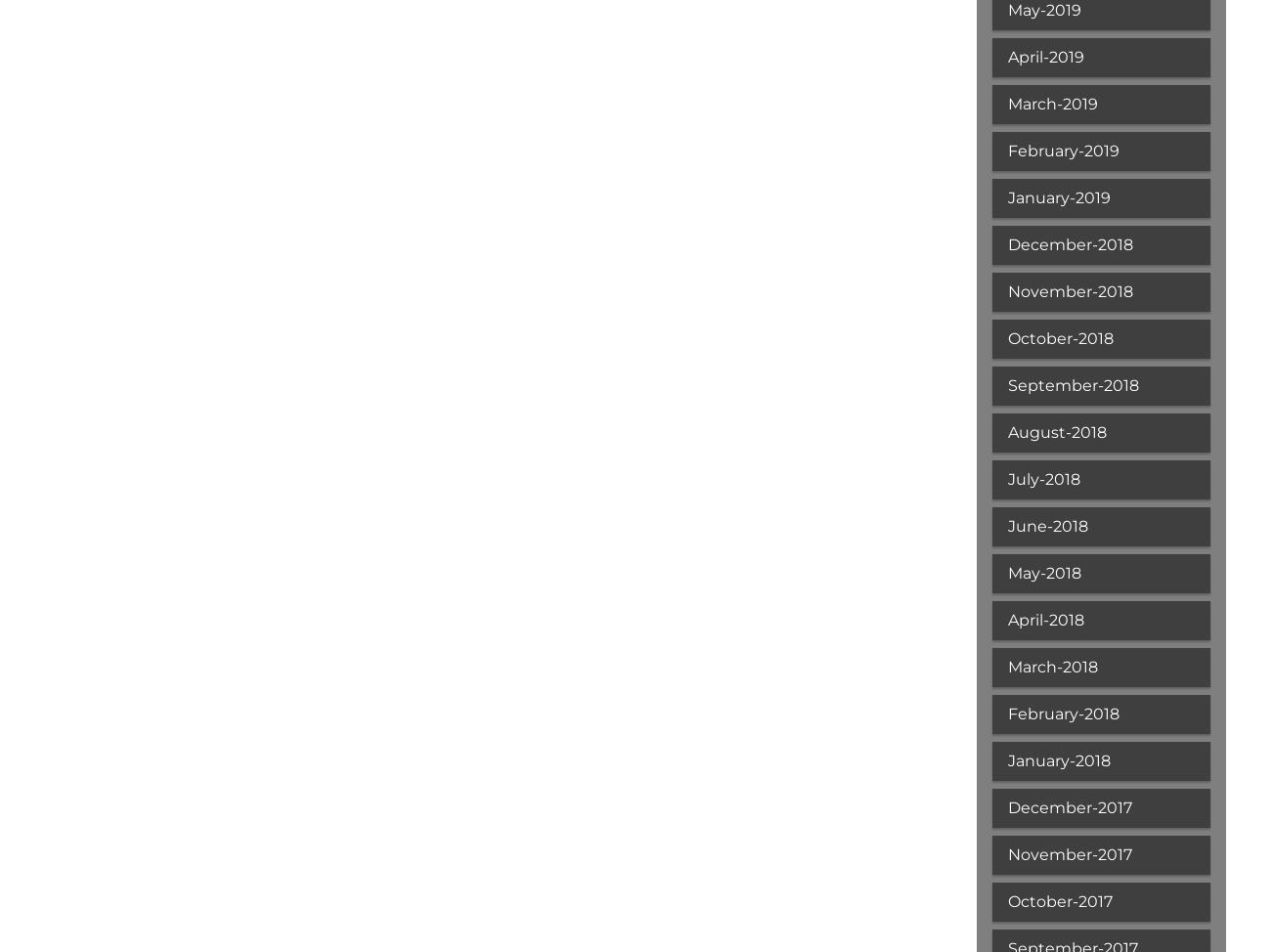 The height and width of the screenshot is (952, 1274). I want to click on 'November-2017', so click(1068, 854).